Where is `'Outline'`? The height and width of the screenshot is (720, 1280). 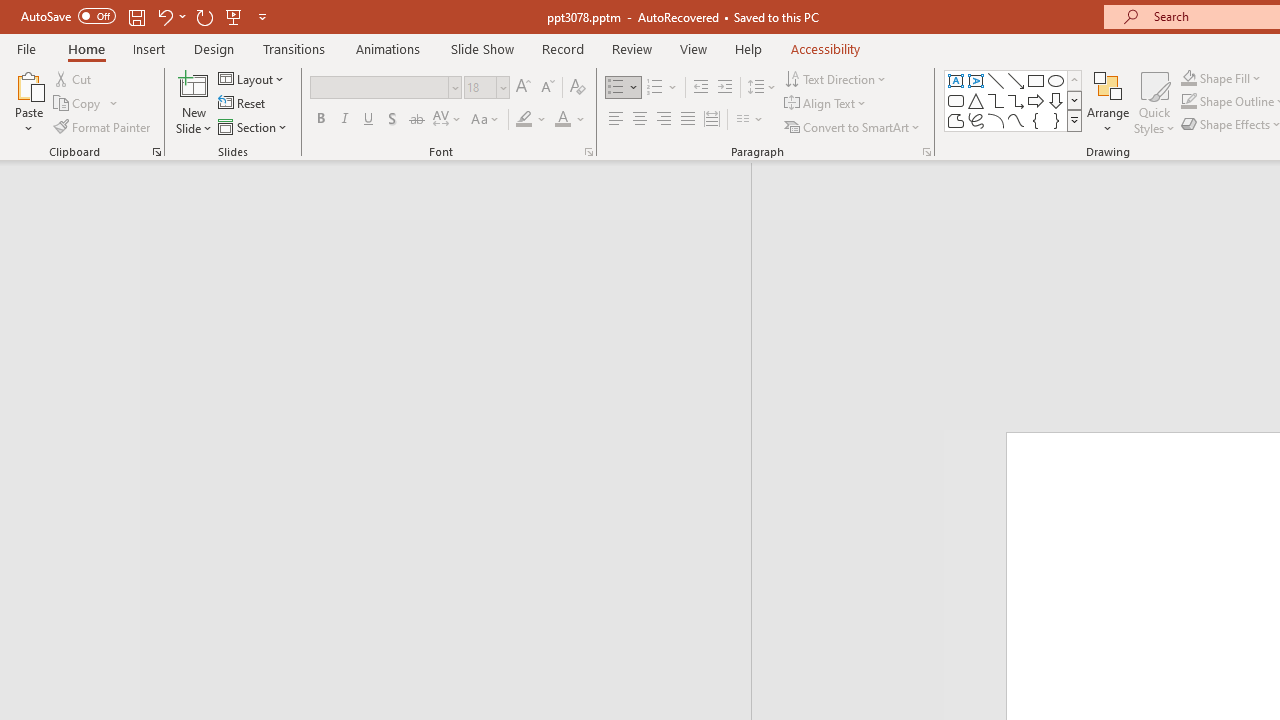 'Outline' is located at coordinates (384, 216).